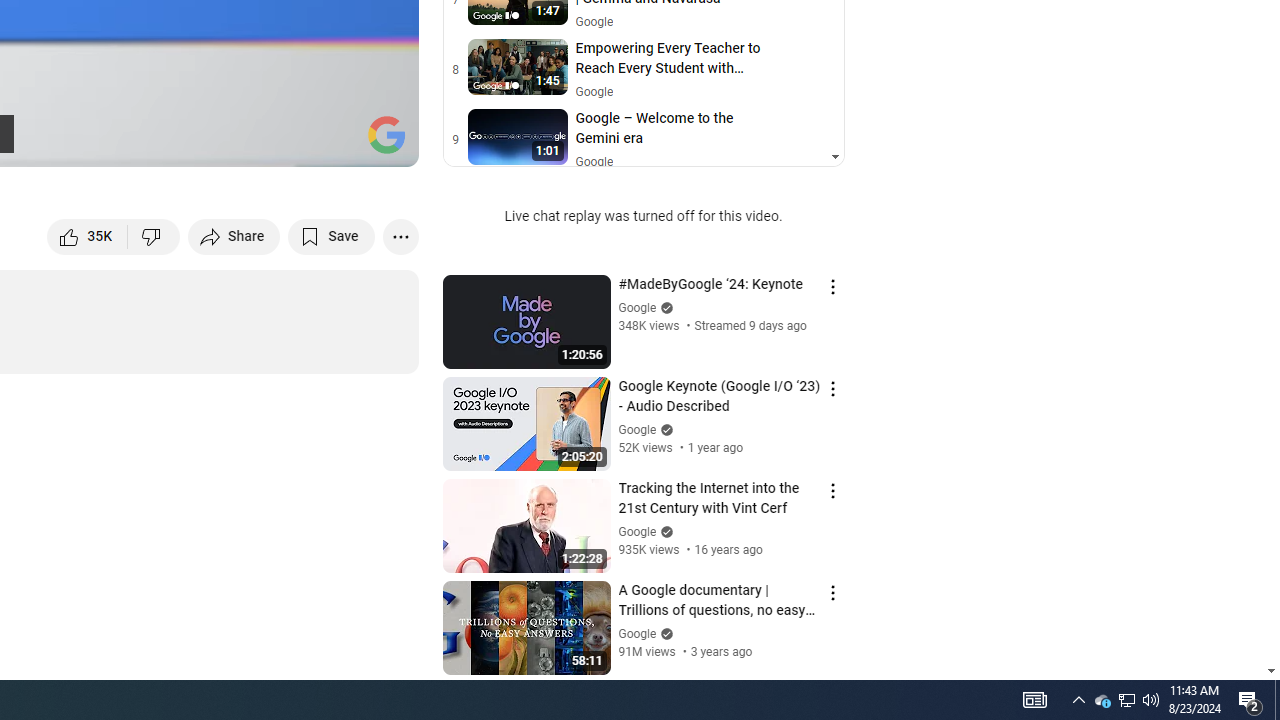 Image resolution: width=1280 pixels, height=720 pixels. Describe the element at coordinates (285, 141) in the screenshot. I see `'Miniplayer (i)'` at that location.